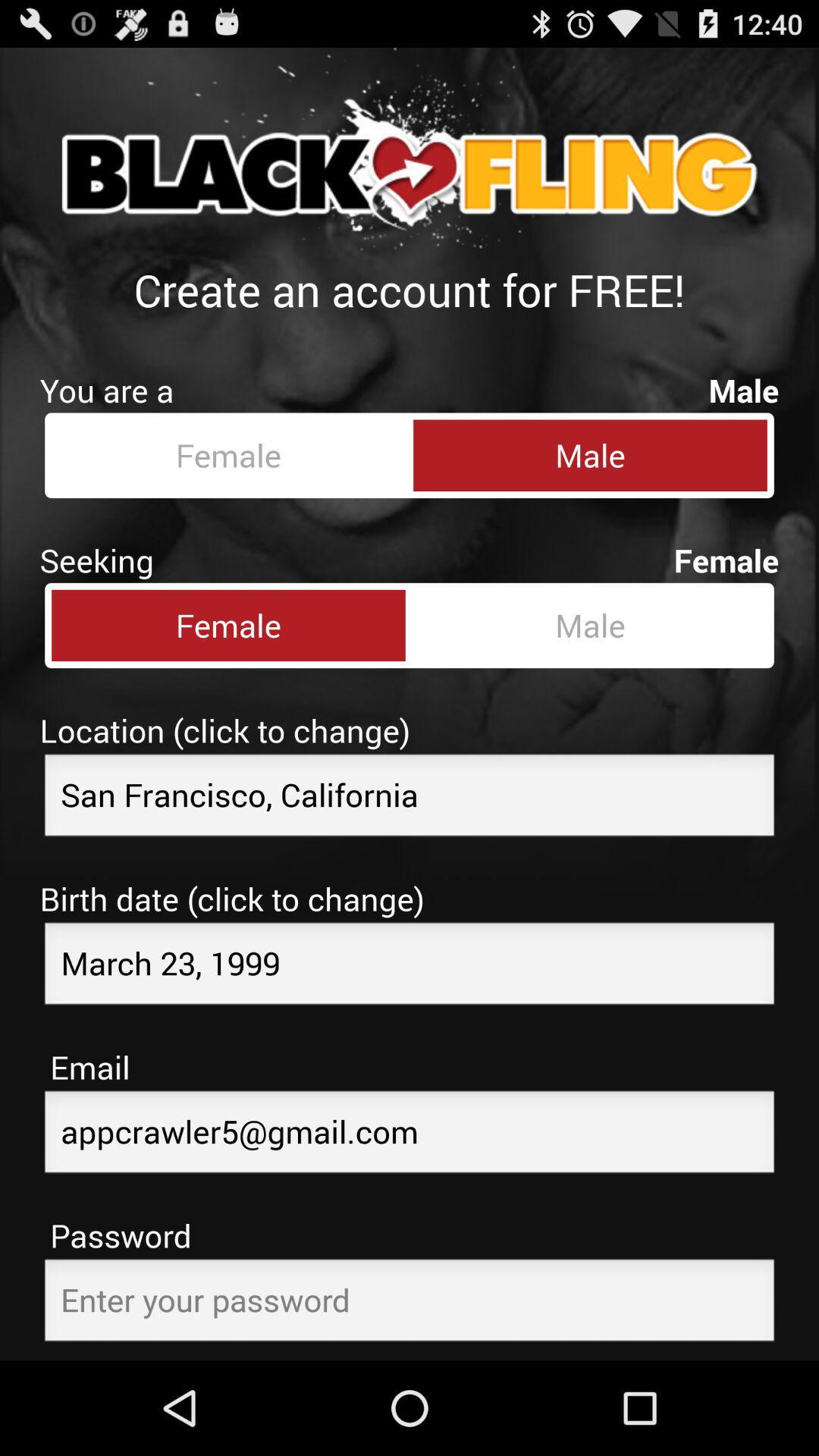 This screenshot has height=1456, width=819. I want to click on password entry, so click(409, 1304).